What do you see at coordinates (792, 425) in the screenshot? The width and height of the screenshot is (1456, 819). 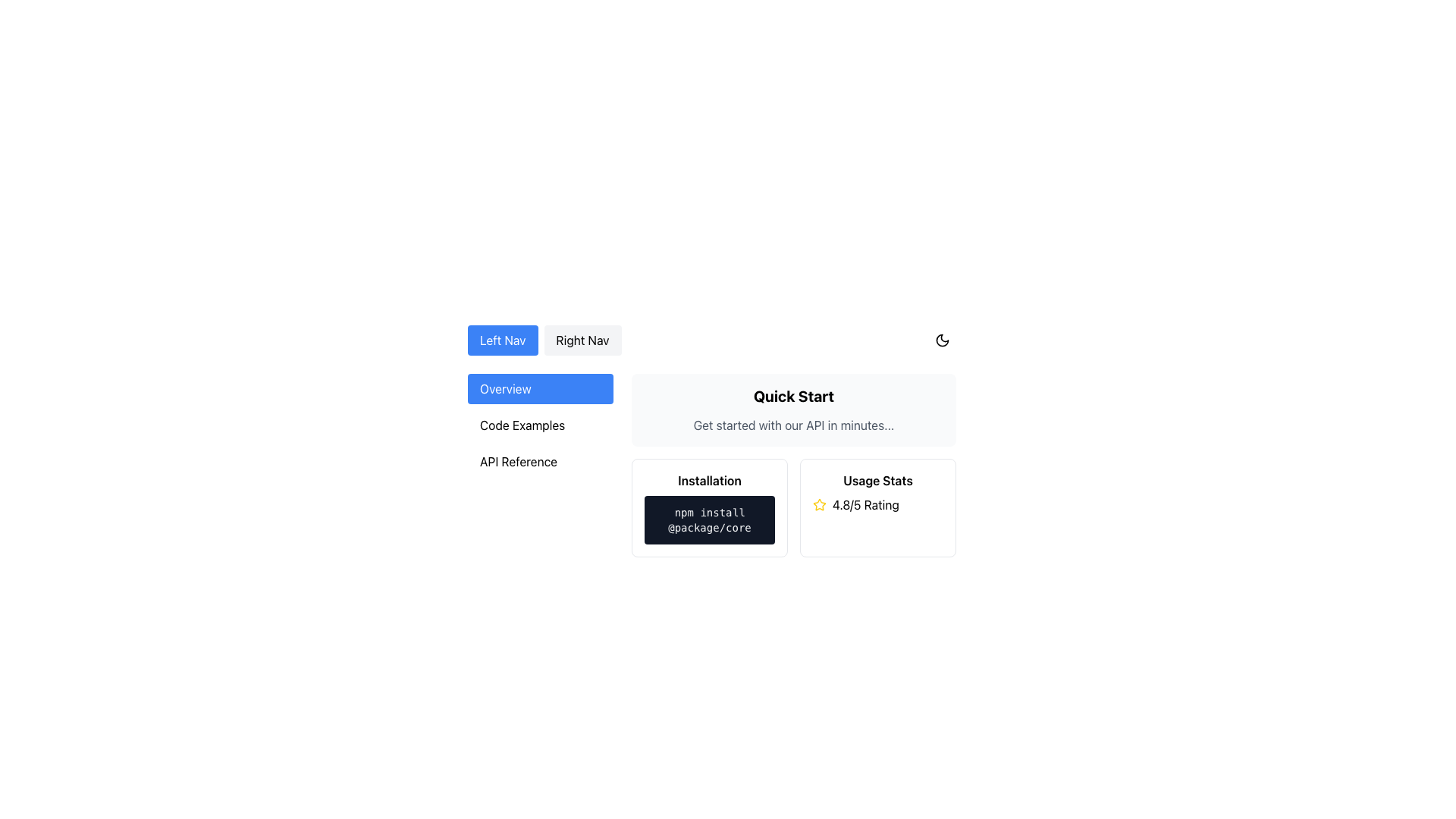 I see `text content displayed in gray font that says 'Get started with our API in minutes...' located below the 'Quick Start' heading` at bounding box center [792, 425].